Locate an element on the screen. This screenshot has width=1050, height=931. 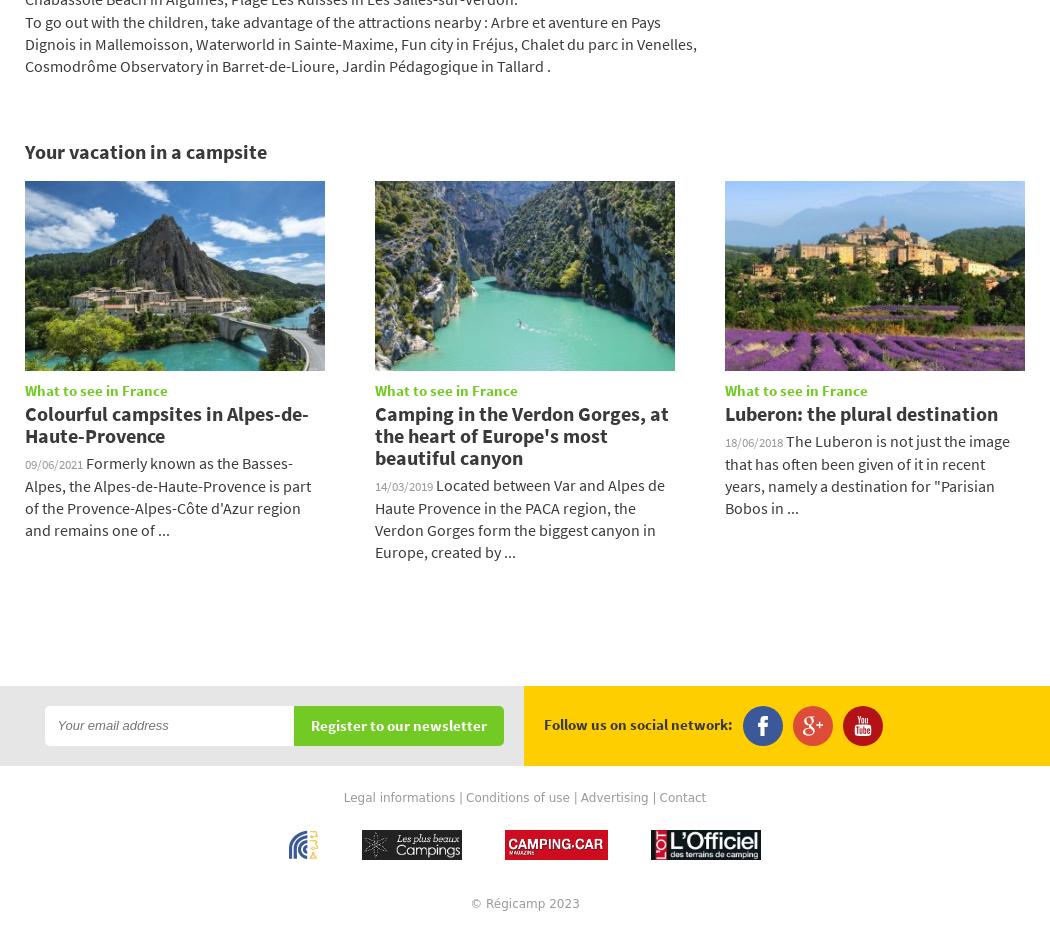
'09/06/2021' is located at coordinates (24, 463).